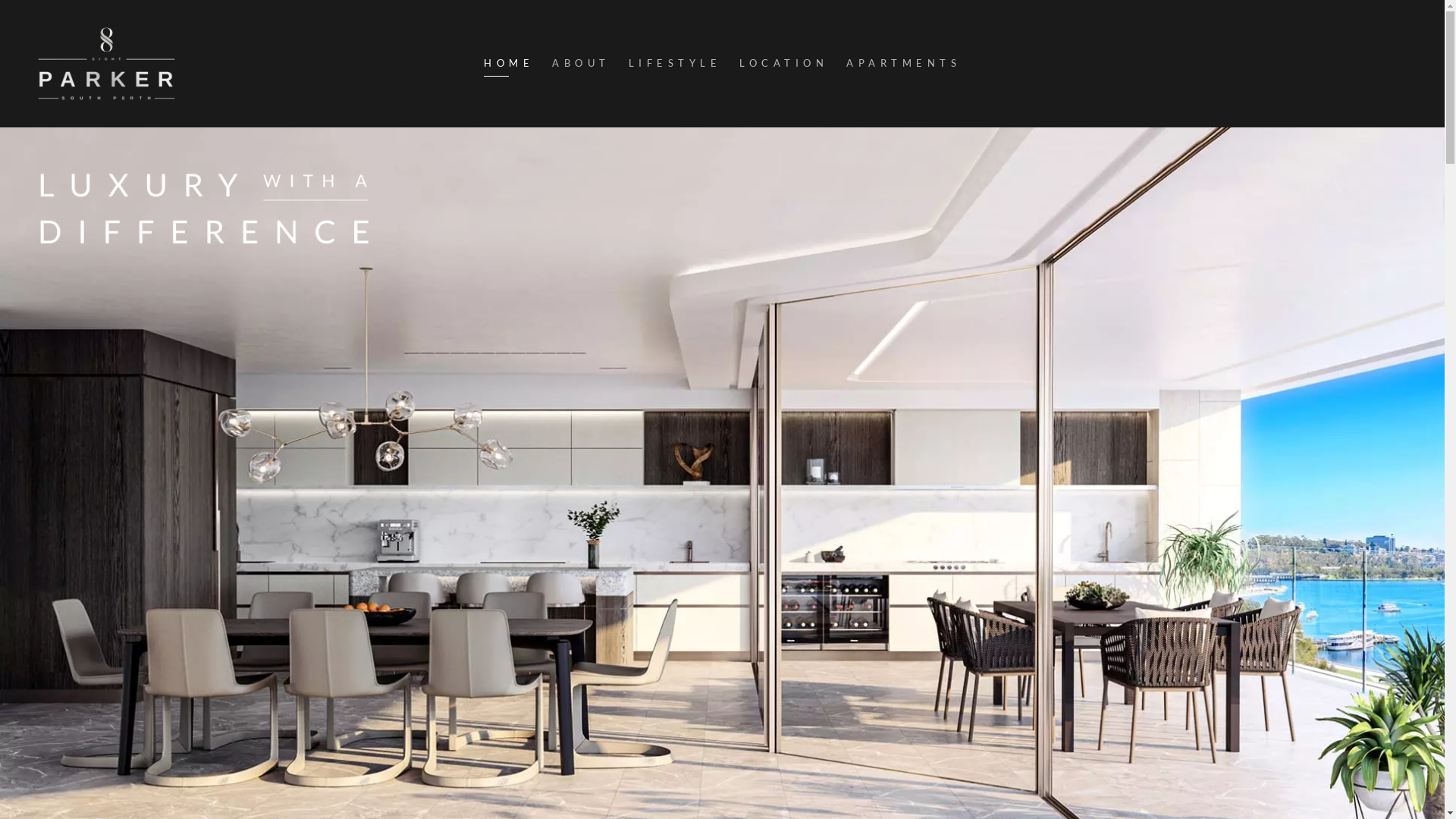 The width and height of the screenshot is (1456, 819). I want to click on 'LIFESTYLE', so click(673, 62).